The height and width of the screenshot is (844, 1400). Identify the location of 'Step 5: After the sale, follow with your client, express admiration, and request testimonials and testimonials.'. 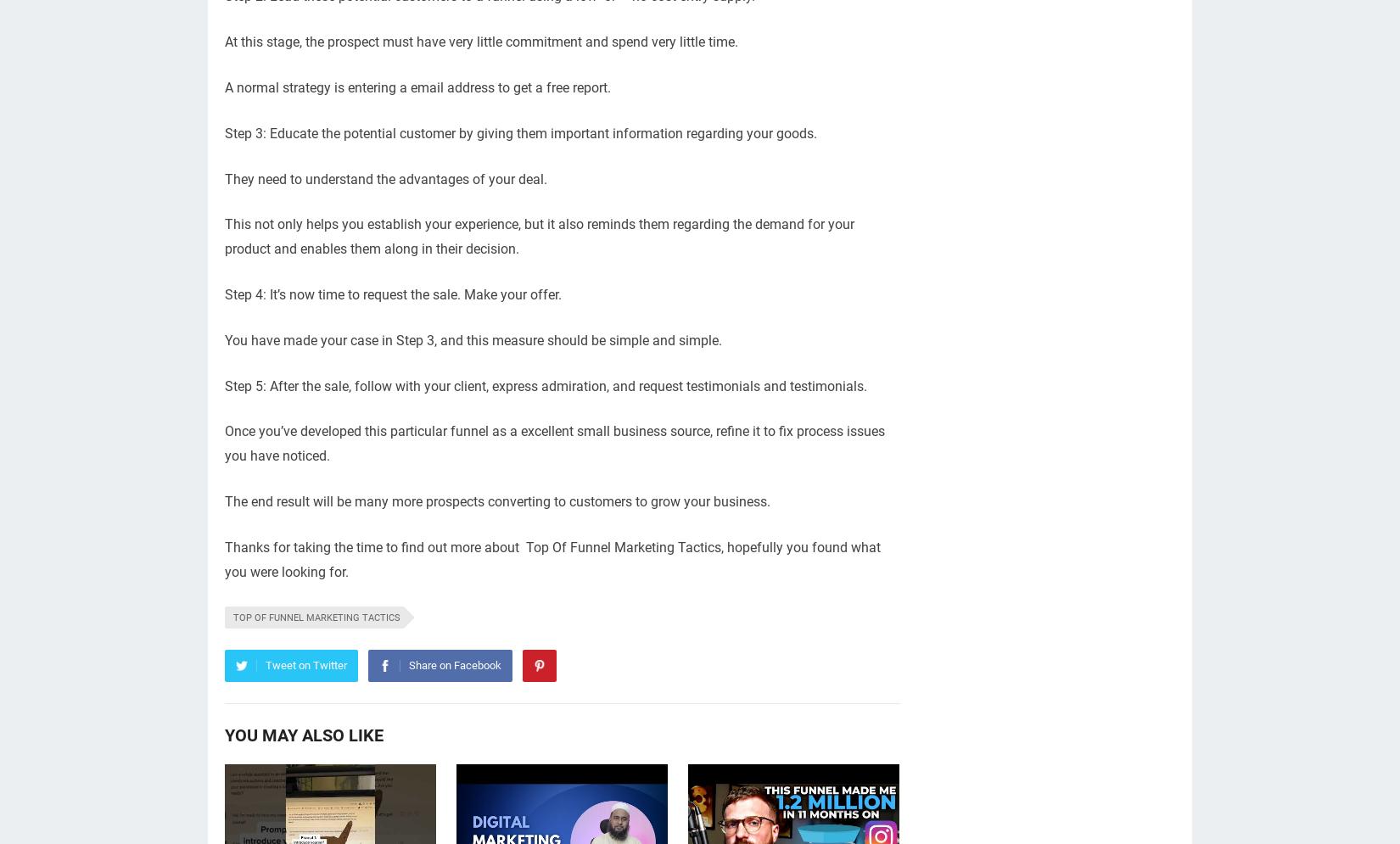
(545, 384).